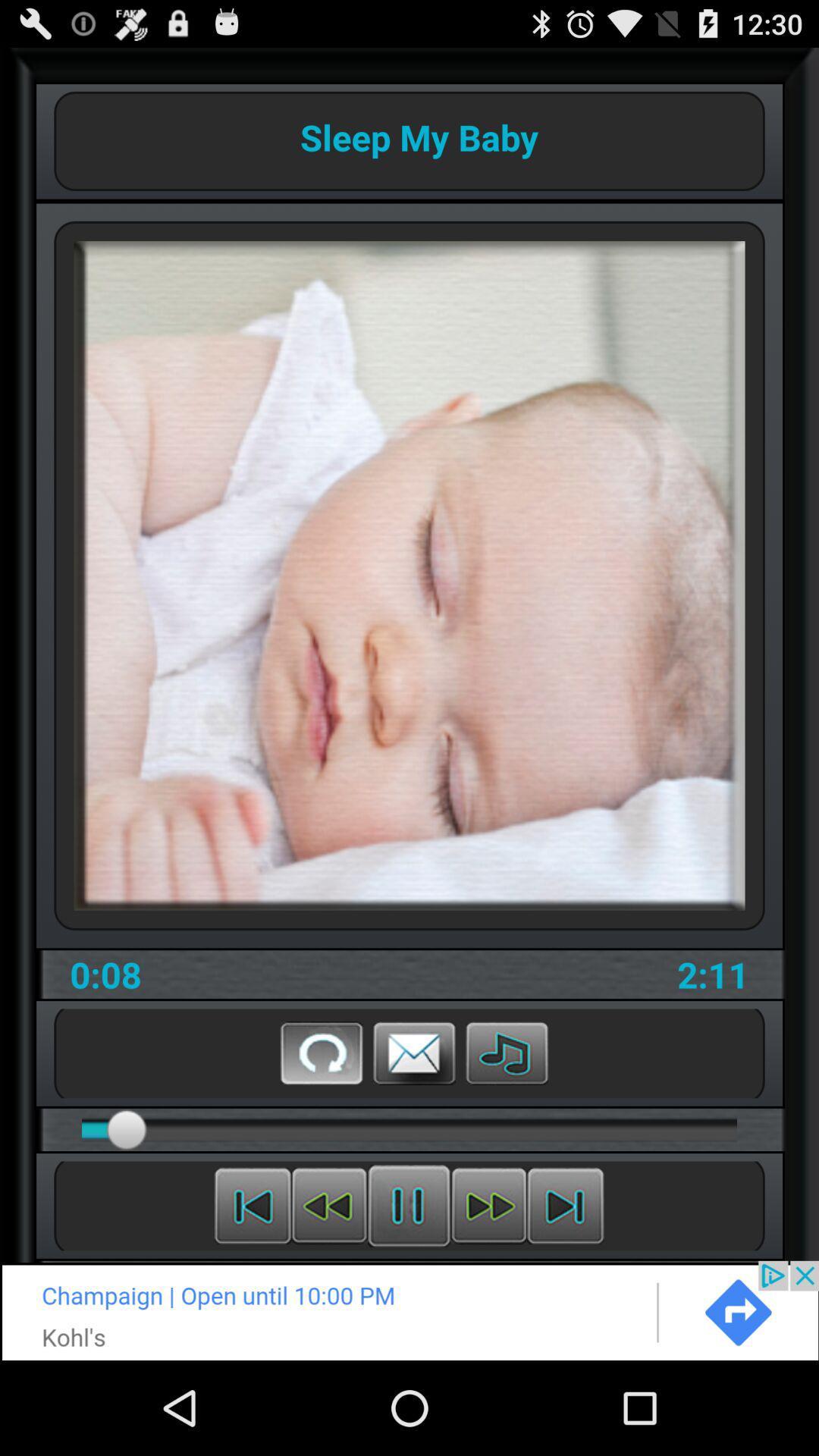 This screenshot has width=819, height=1456. What do you see at coordinates (408, 1205) in the screenshot?
I see `pause` at bounding box center [408, 1205].